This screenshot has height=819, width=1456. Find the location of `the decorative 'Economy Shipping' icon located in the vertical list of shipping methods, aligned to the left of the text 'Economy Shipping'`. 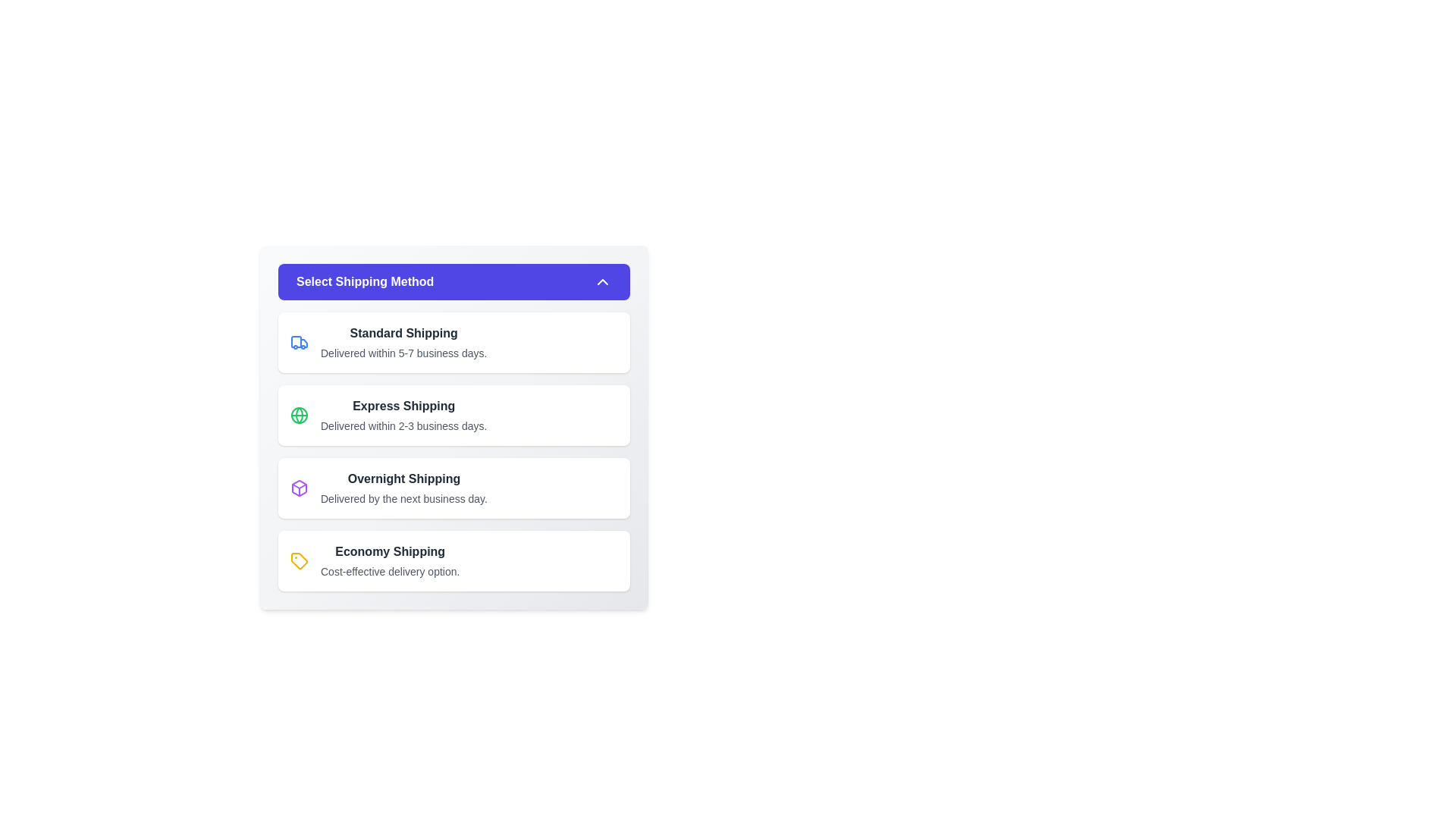

the decorative 'Economy Shipping' icon located in the vertical list of shipping methods, aligned to the left of the text 'Economy Shipping' is located at coordinates (299, 561).